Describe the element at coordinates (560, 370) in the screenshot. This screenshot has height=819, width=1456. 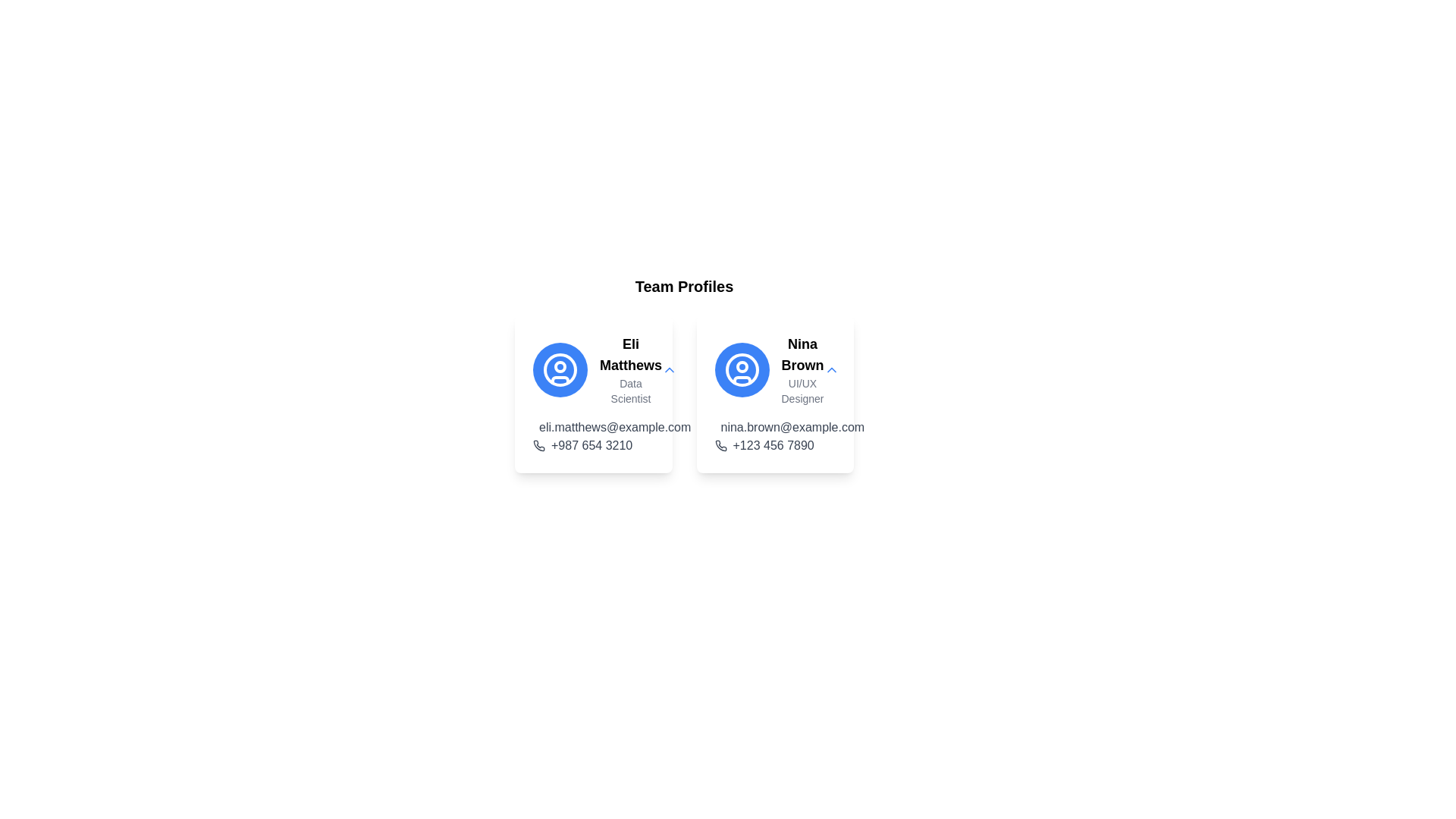
I see `the circular blue icon with a white outline located above the text 'Eli Matthews' in the left profile card under the 'Team Profiles' section` at that location.